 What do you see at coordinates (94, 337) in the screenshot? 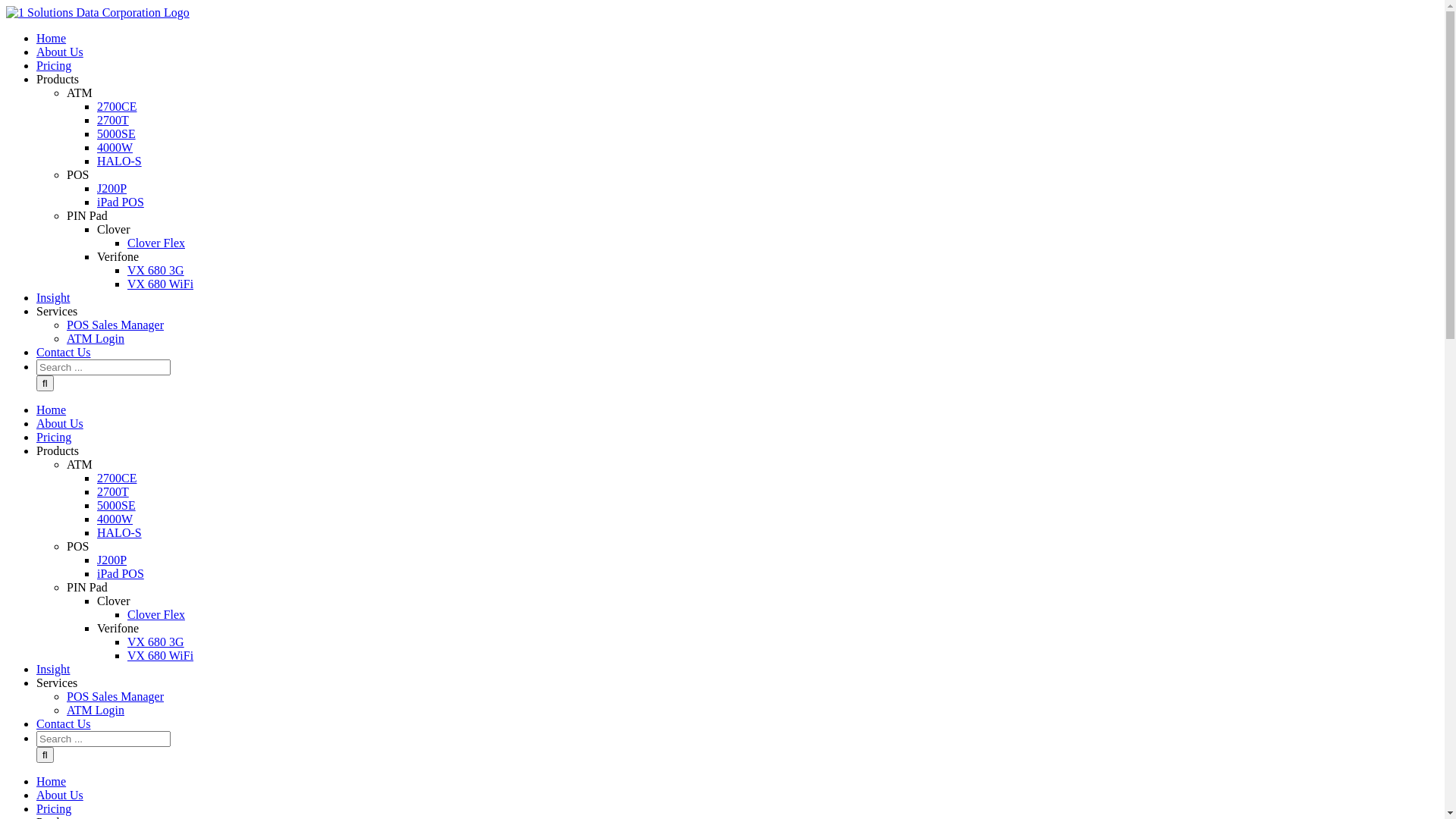
I see `'ATM Login'` at bounding box center [94, 337].